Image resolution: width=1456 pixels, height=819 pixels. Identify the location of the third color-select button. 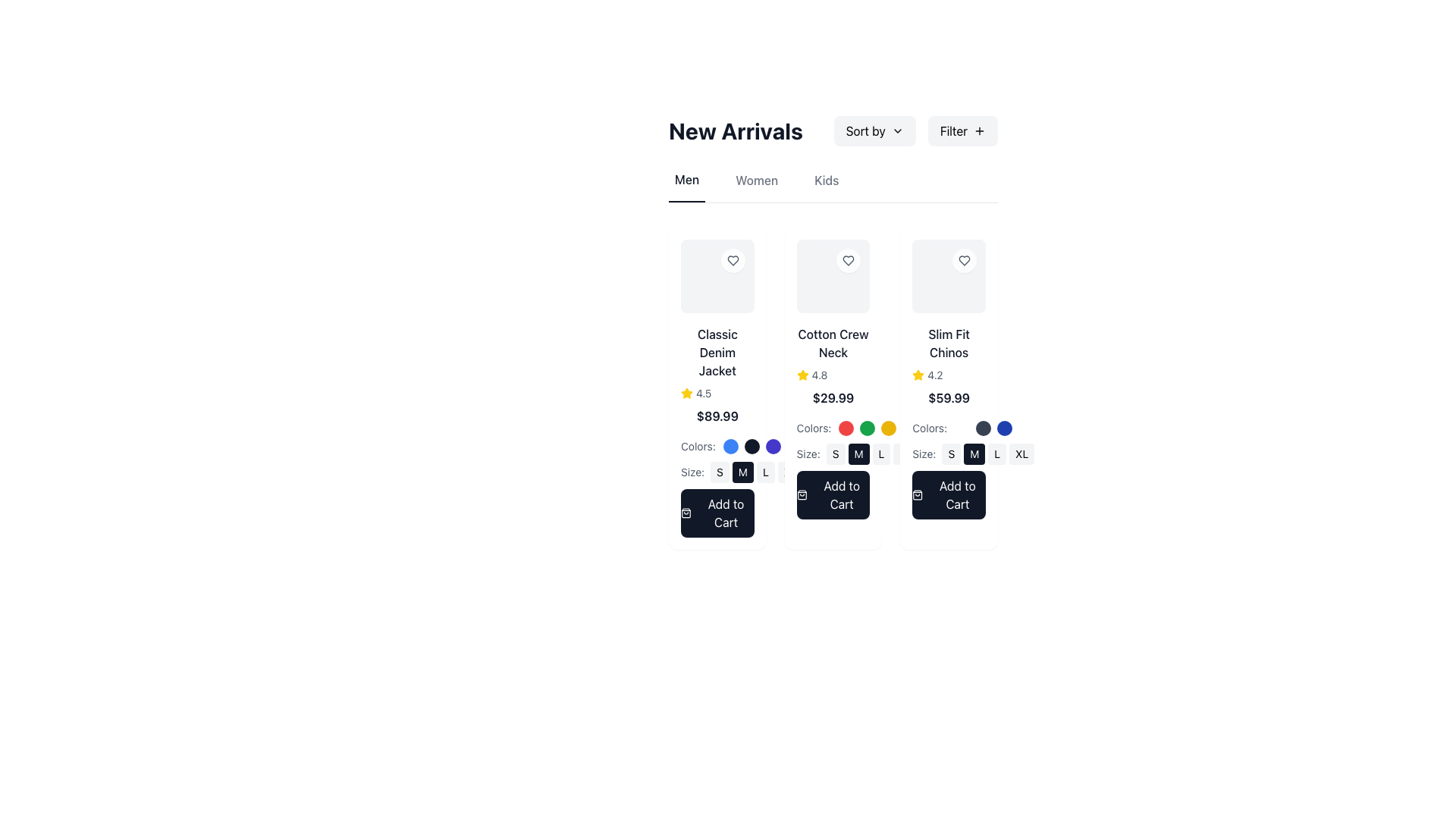
(1004, 428).